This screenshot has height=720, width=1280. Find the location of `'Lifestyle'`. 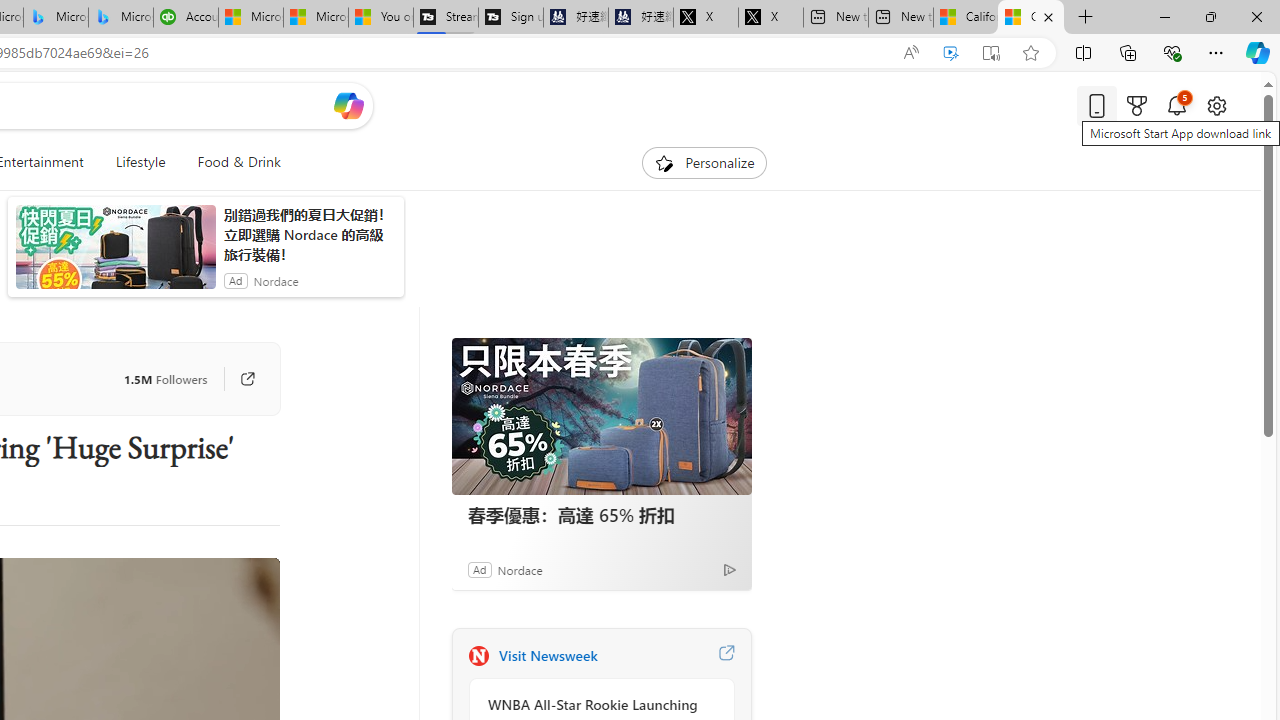

'Lifestyle' is located at coordinates (139, 162).